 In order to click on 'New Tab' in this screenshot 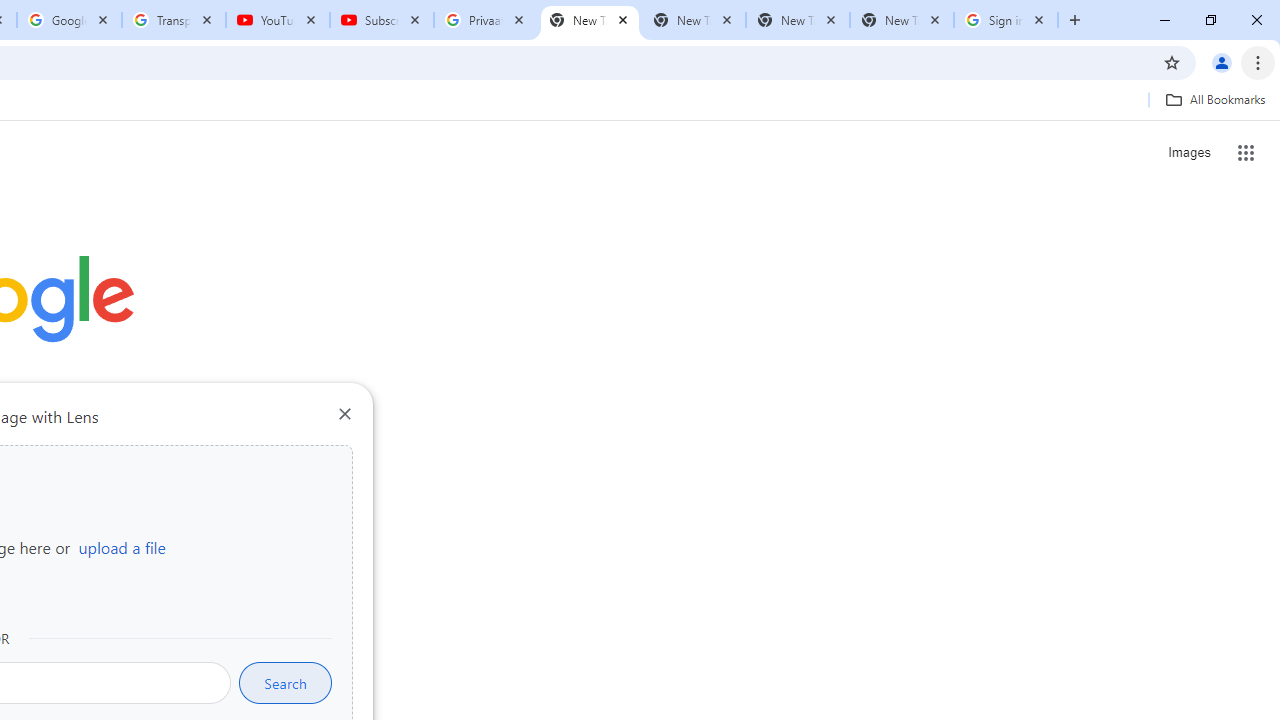, I will do `click(900, 20)`.